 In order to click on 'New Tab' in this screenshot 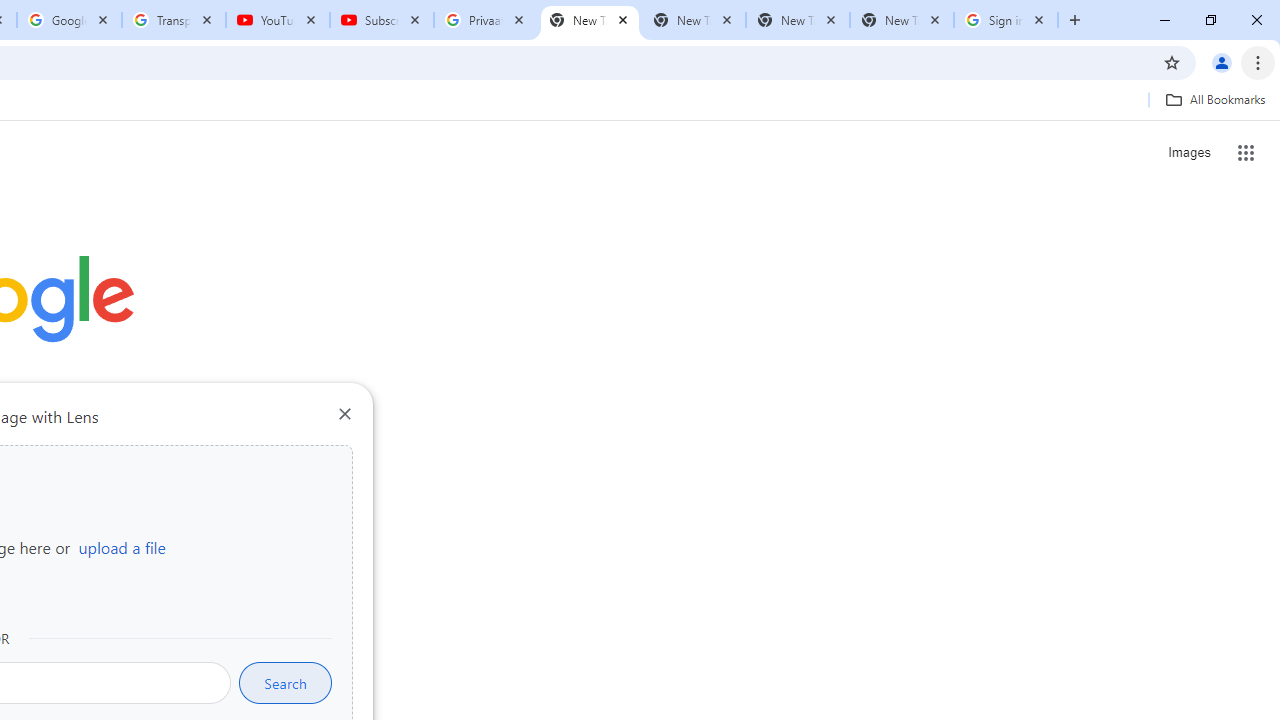, I will do `click(900, 20)`.